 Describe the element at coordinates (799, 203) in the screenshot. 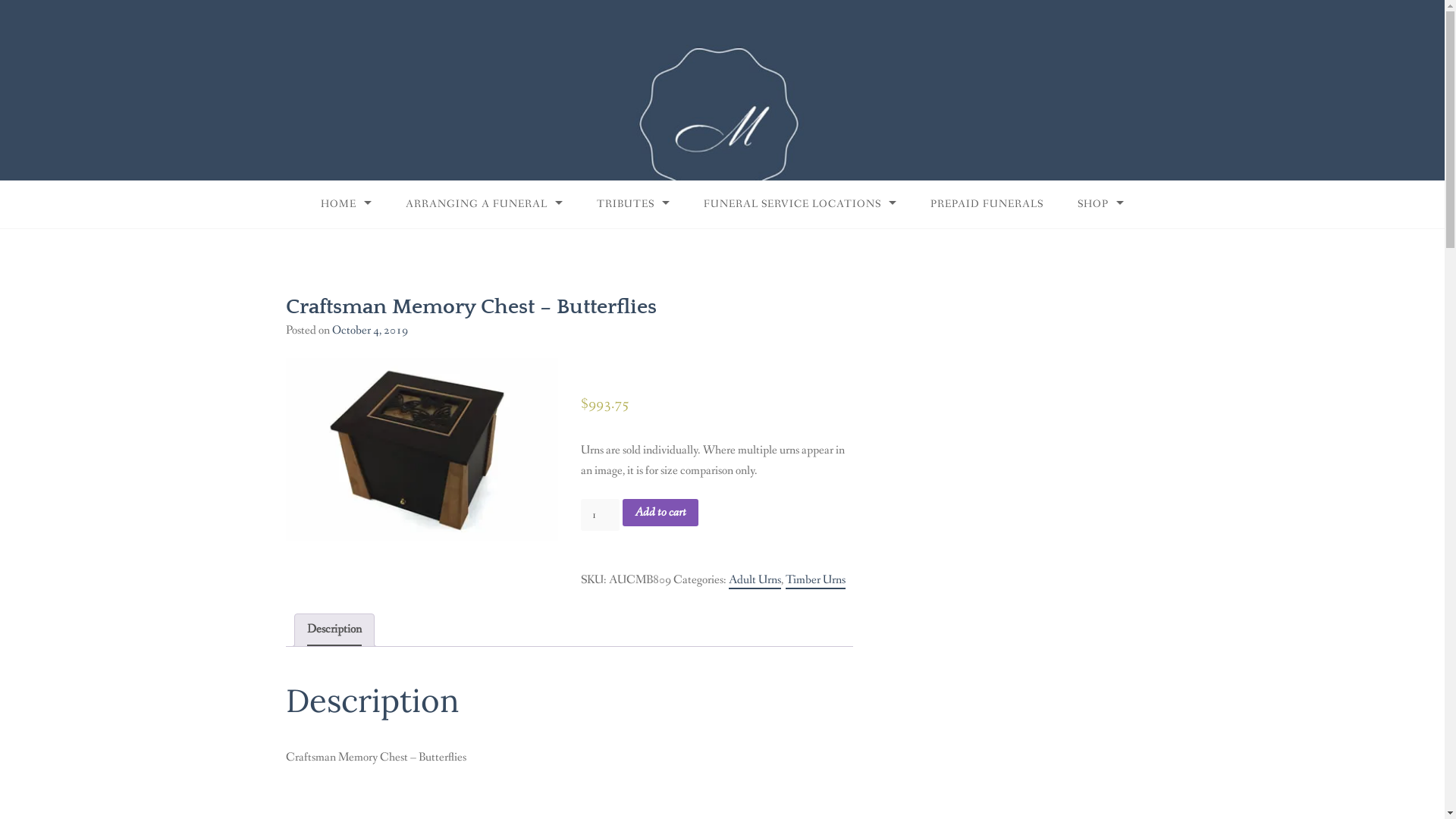

I see `'FUNERAL SERVICE LOCATIONS'` at that location.